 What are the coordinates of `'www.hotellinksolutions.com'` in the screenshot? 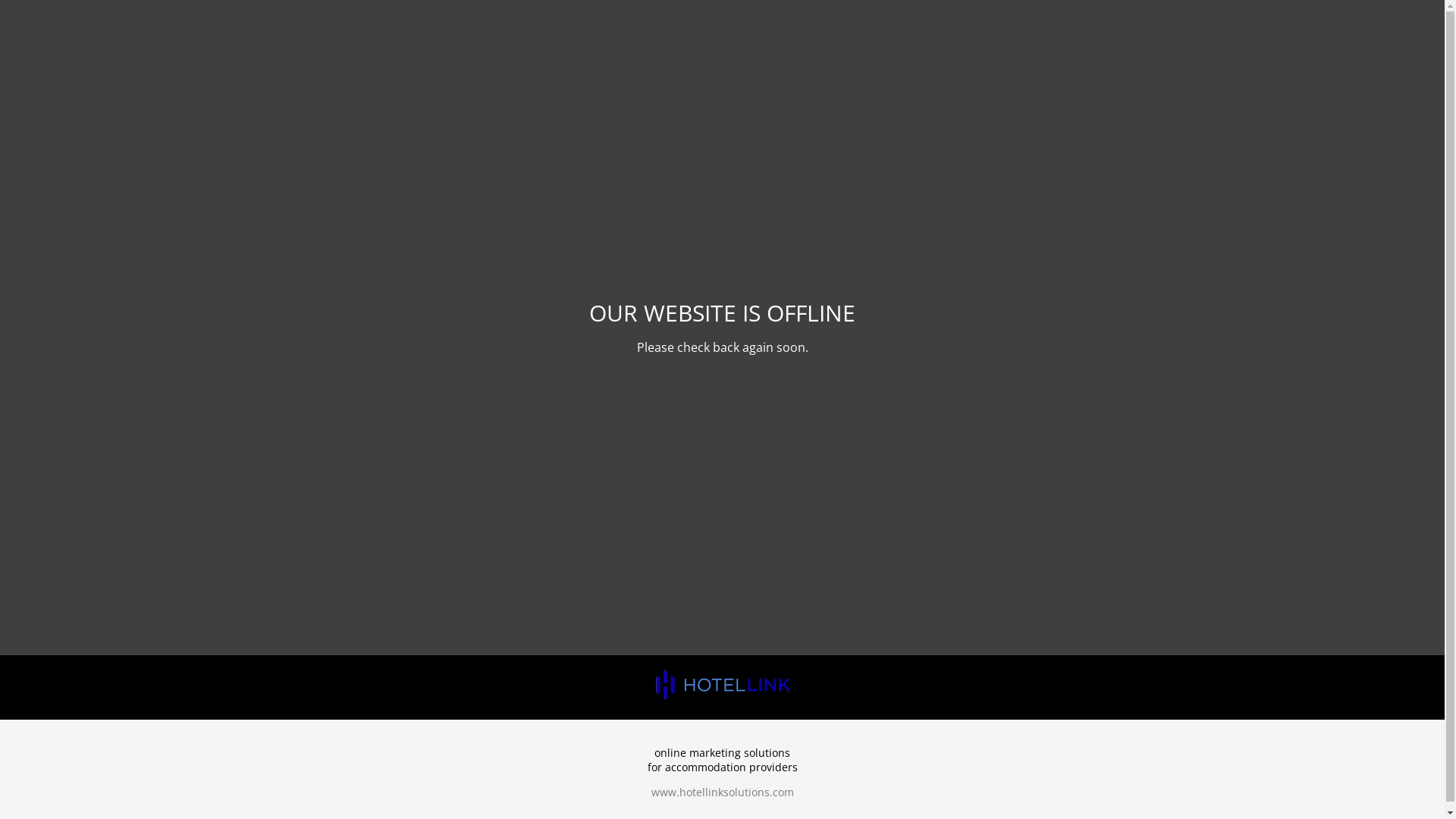 It's located at (720, 791).